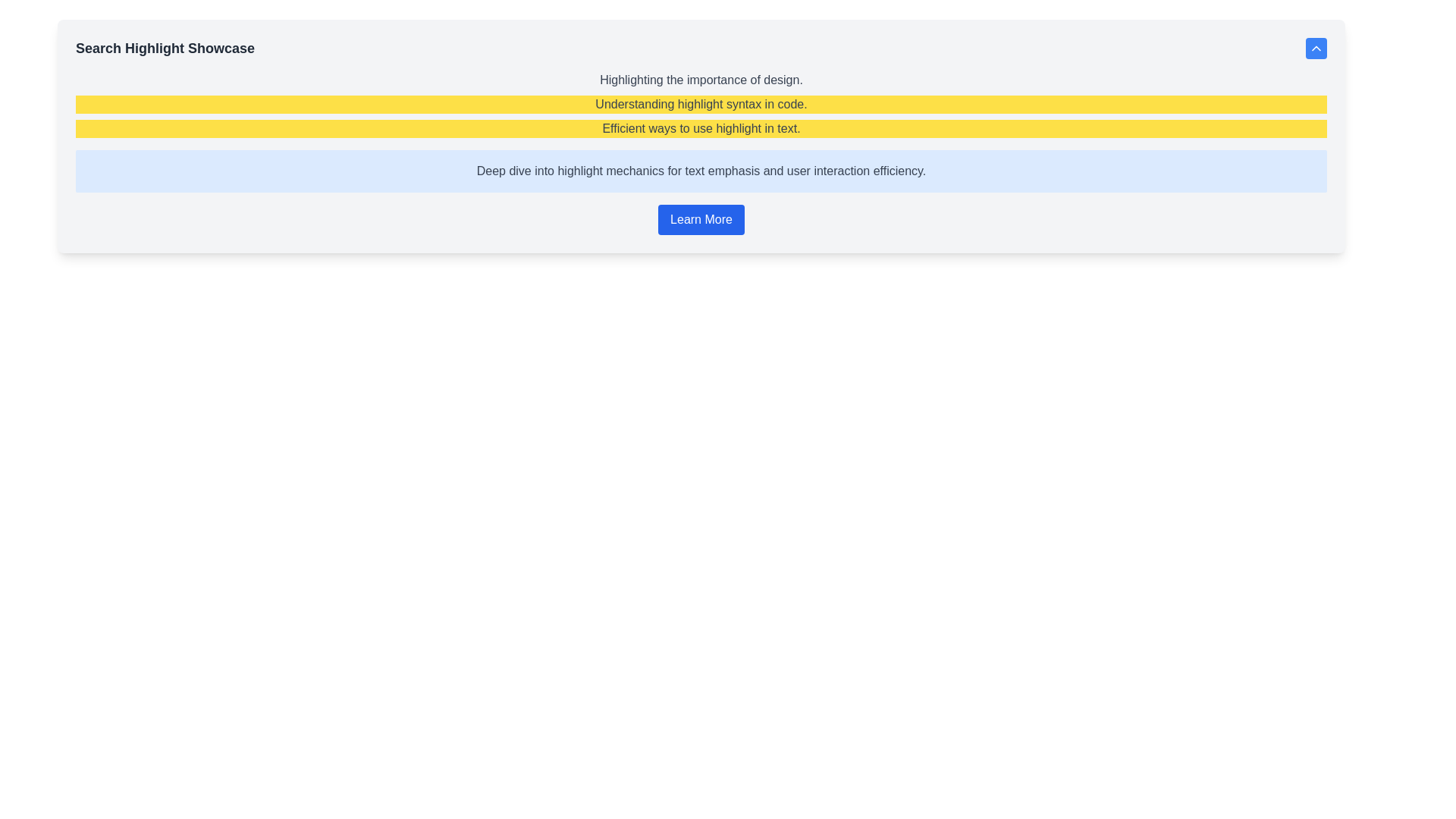 Image resolution: width=1456 pixels, height=819 pixels. Describe the element at coordinates (701, 219) in the screenshot. I see `the call-to-action button located at the bottom of the section with a light gray background, which is positioned directly below a paragraph with light blue background text, to trigger a visual change` at that location.